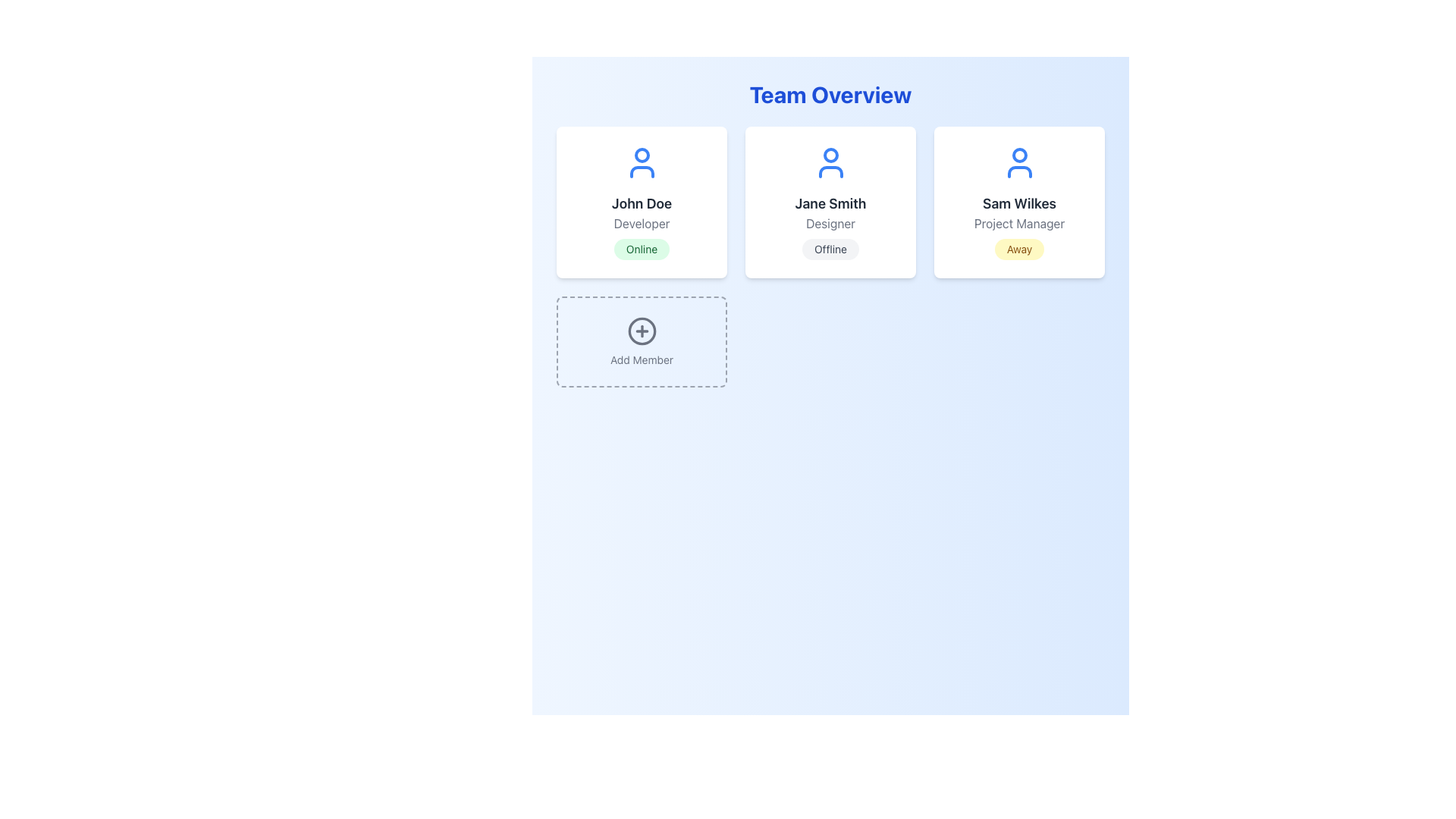  I want to click on text label 'John Doe' which is styled in a large, bold font and placed in dark gray, located in the top left card above the designation 'Developer', so click(642, 203).